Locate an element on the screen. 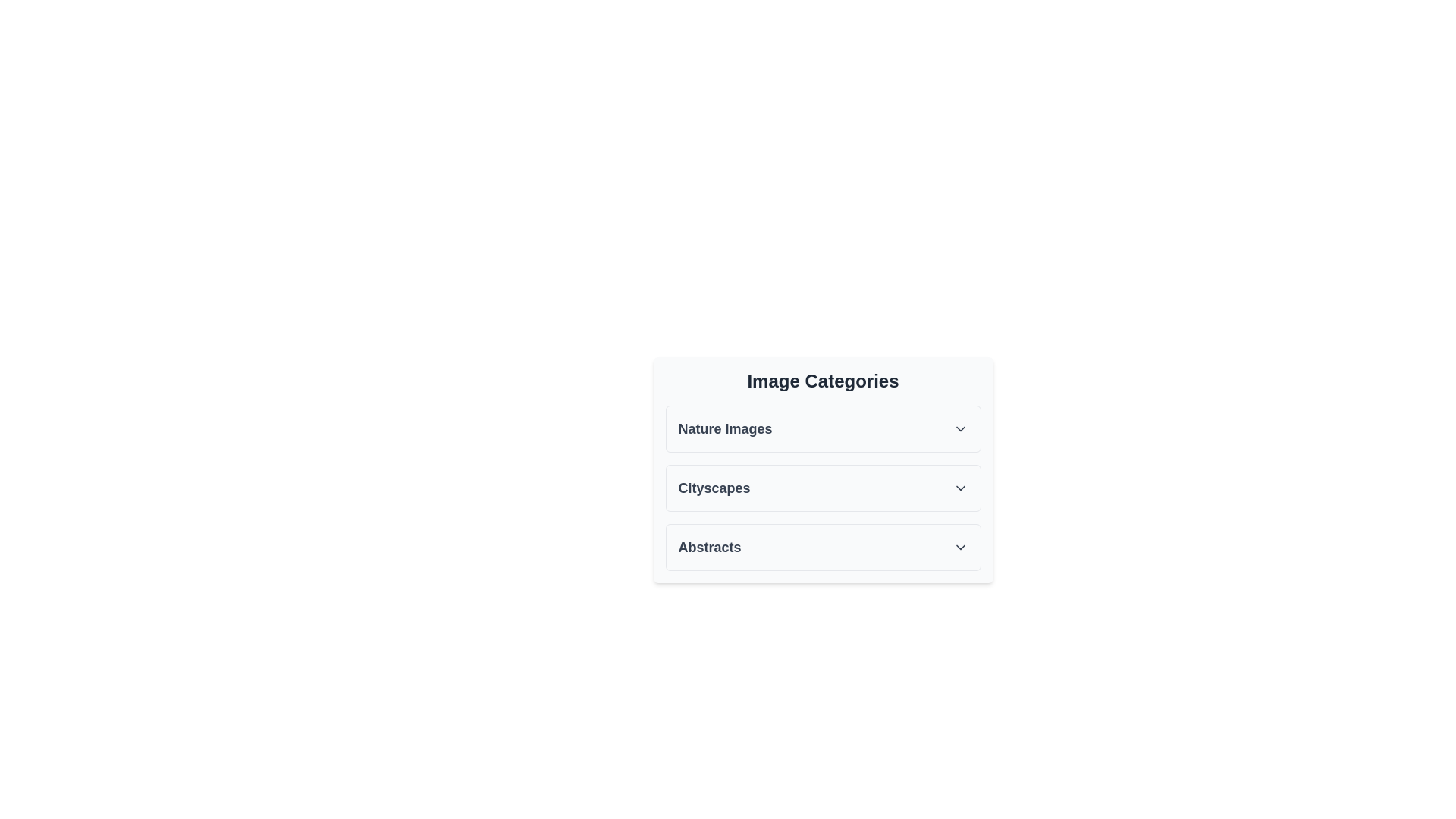 The image size is (1456, 819). the toggle icon for the Abstracts section to expand or collapse it is located at coordinates (959, 547).